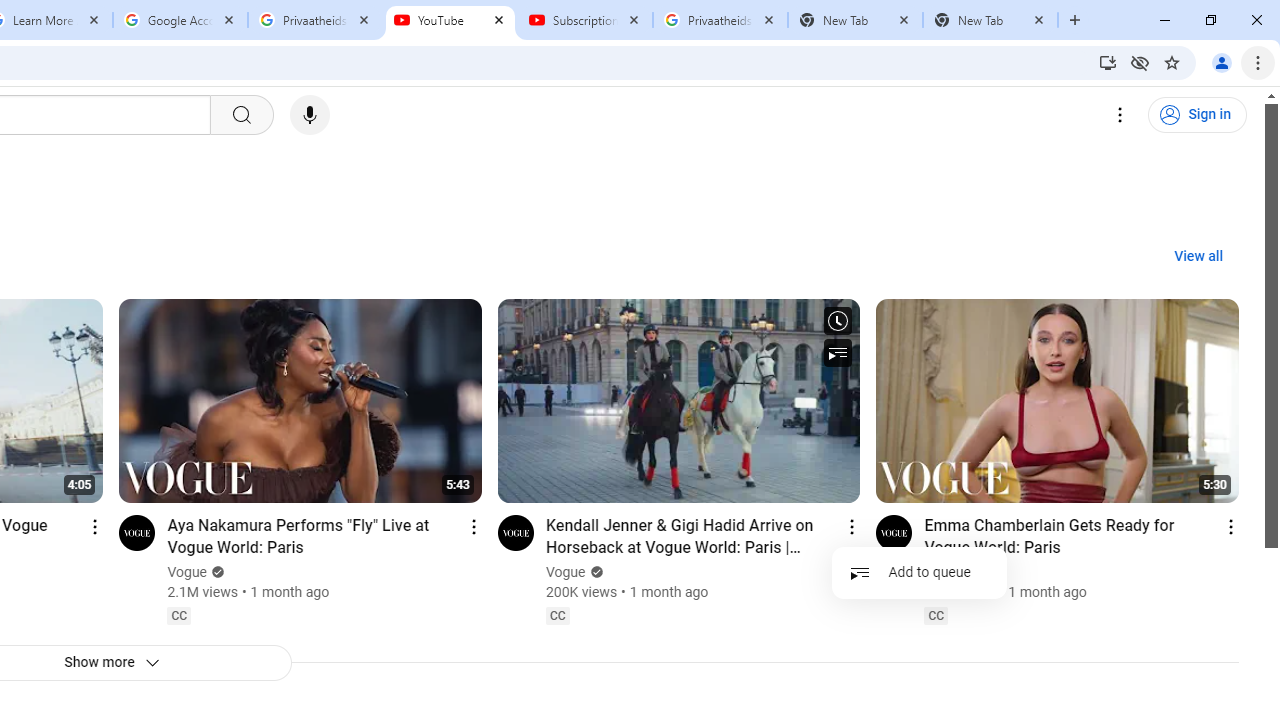 This screenshot has height=720, width=1280. I want to click on 'New Tab', so click(990, 20).